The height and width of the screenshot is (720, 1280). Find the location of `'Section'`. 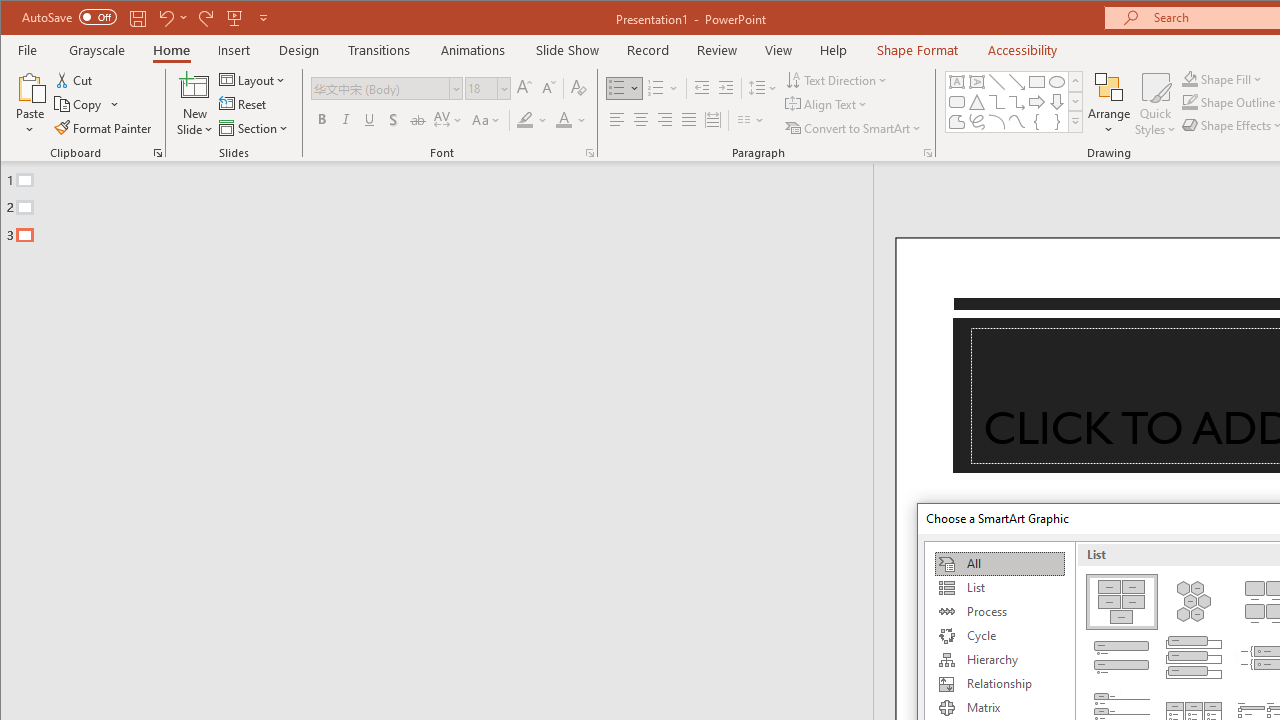

'Section' is located at coordinates (254, 128).